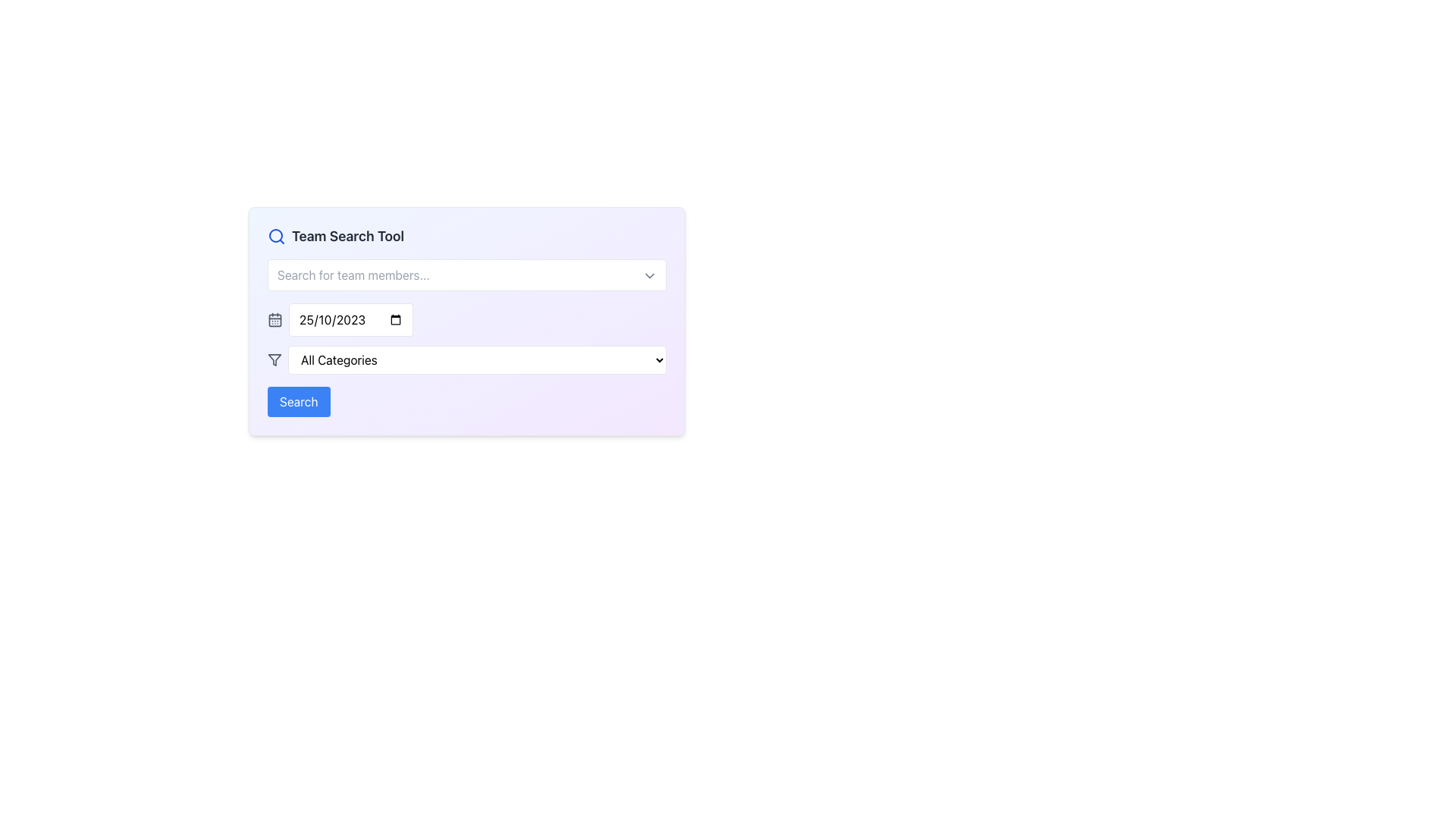 The width and height of the screenshot is (1456, 819). What do you see at coordinates (650, 275) in the screenshot?
I see `the downward-pointing chevron icon located at the top-right of the search input field titled 'Search for team members...'` at bounding box center [650, 275].